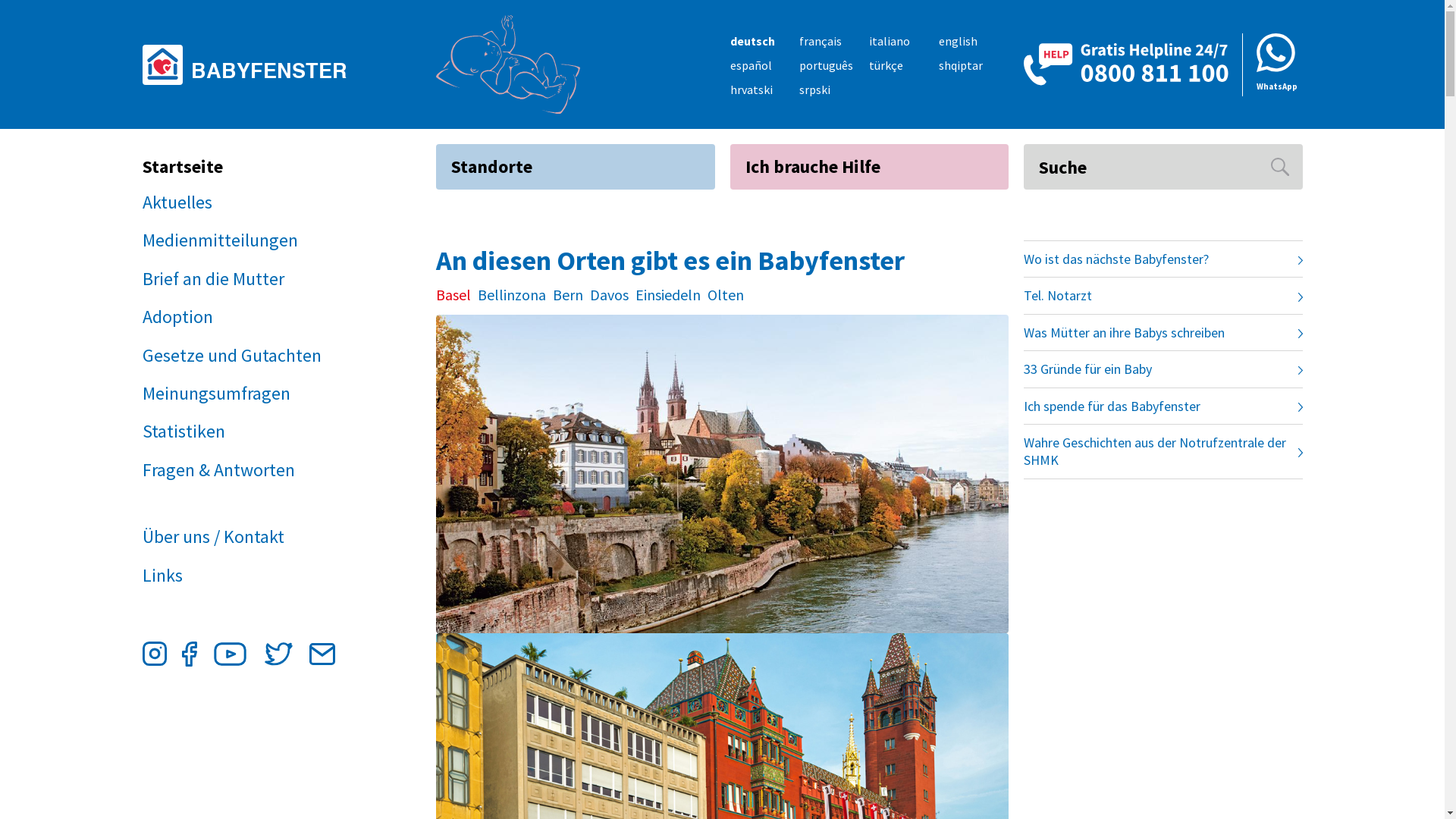  I want to click on 'Einsiedeln', so click(635, 295).